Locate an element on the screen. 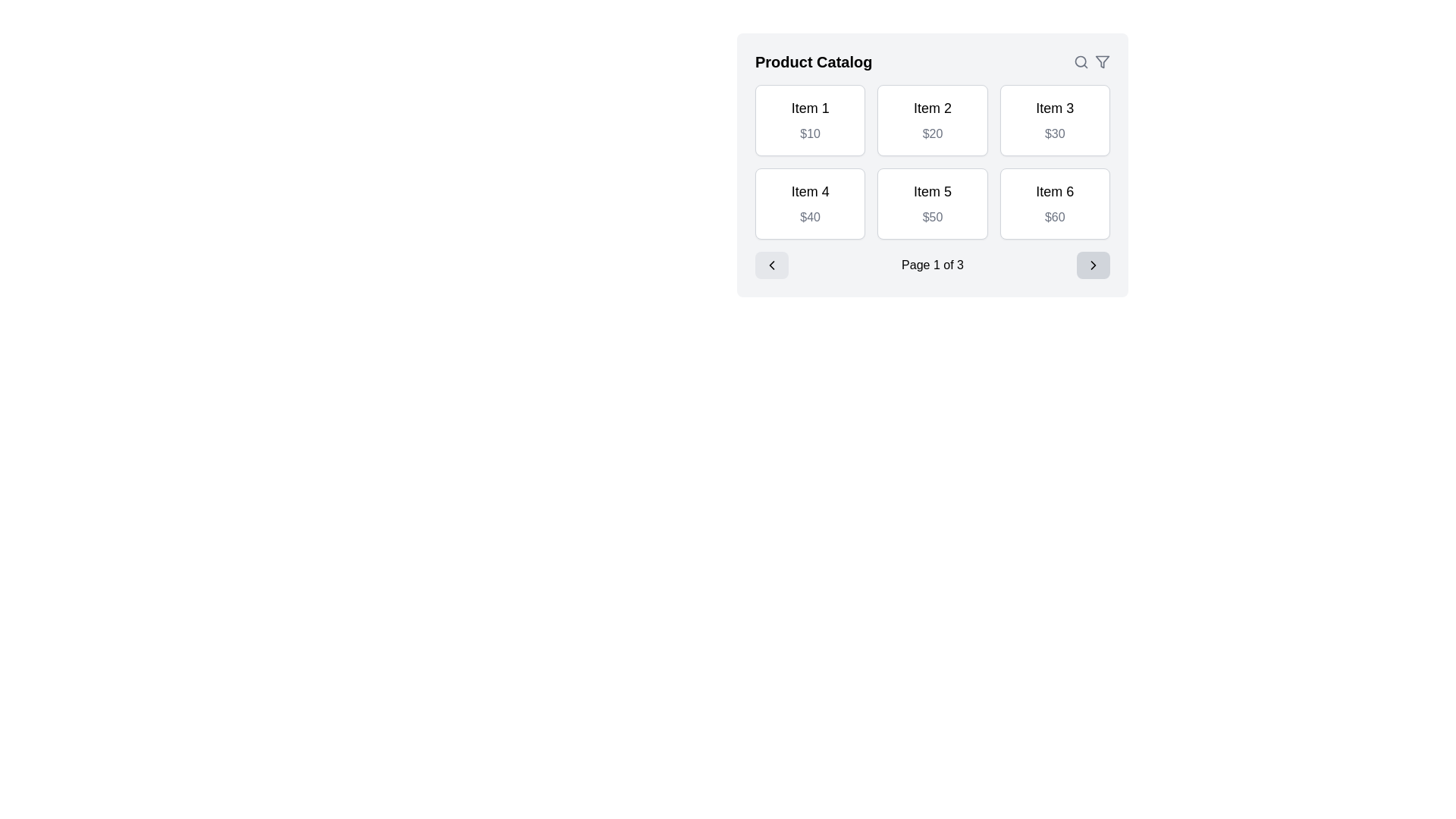 The height and width of the screenshot is (819, 1456). the text label indicating the current page number in the pagination interface of the product catalog is located at coordinates (931, 265).